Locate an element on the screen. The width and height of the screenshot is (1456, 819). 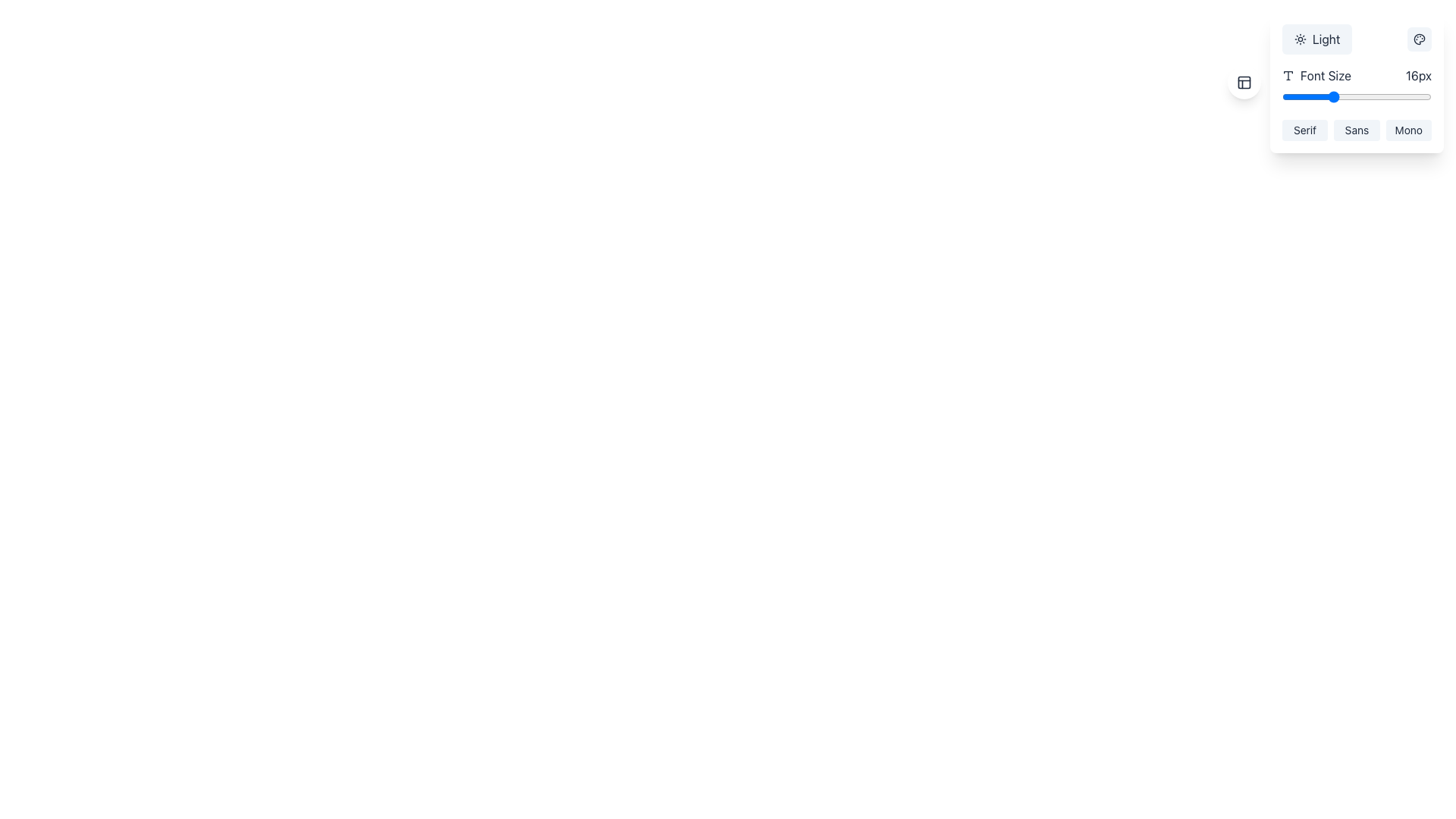
the palette icon located in the top-right corner of the interface, distinguished by its unique shape and circular details is located at coordinates (1419, 38).